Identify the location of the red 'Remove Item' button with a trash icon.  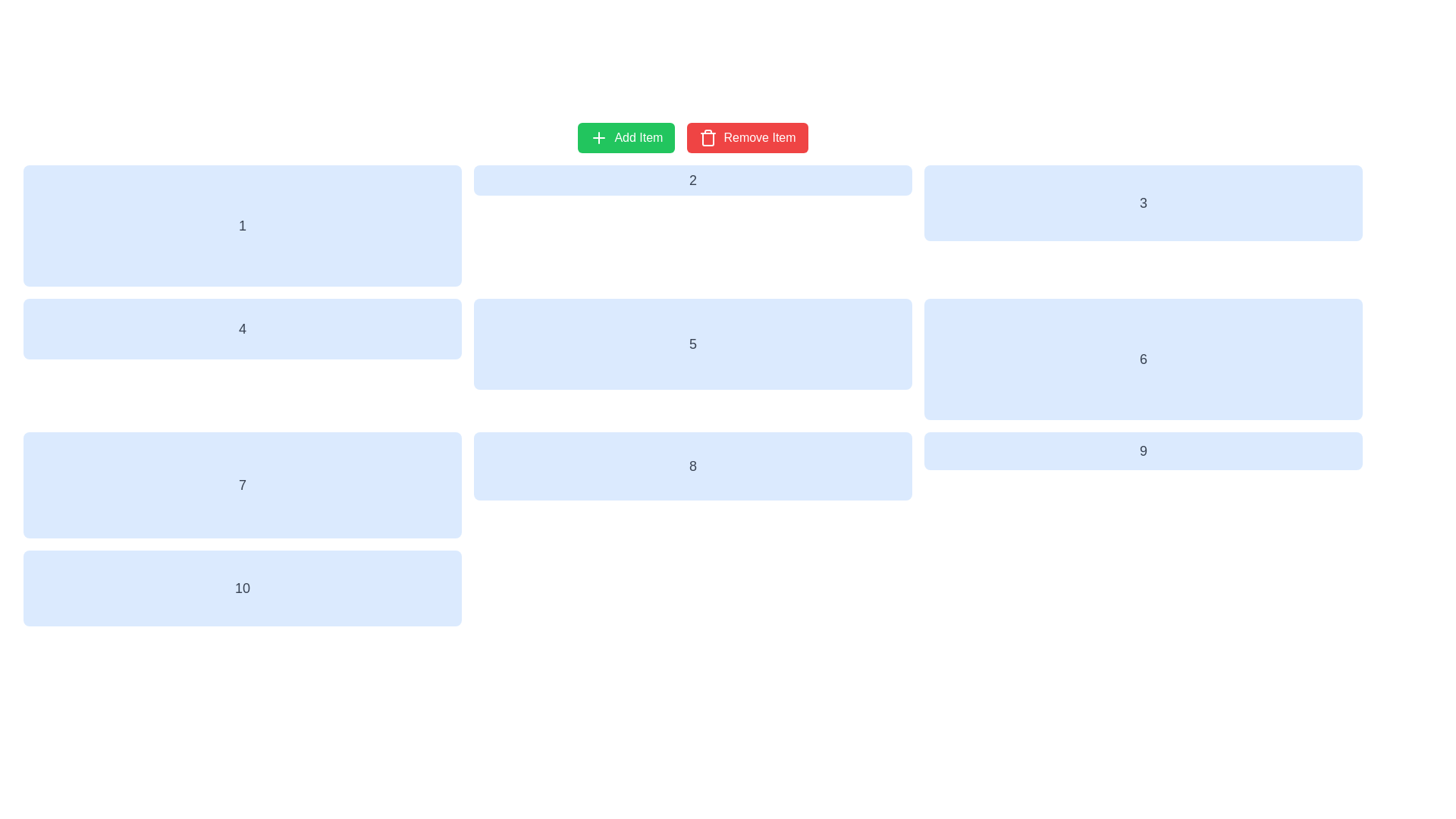
(747, 137).